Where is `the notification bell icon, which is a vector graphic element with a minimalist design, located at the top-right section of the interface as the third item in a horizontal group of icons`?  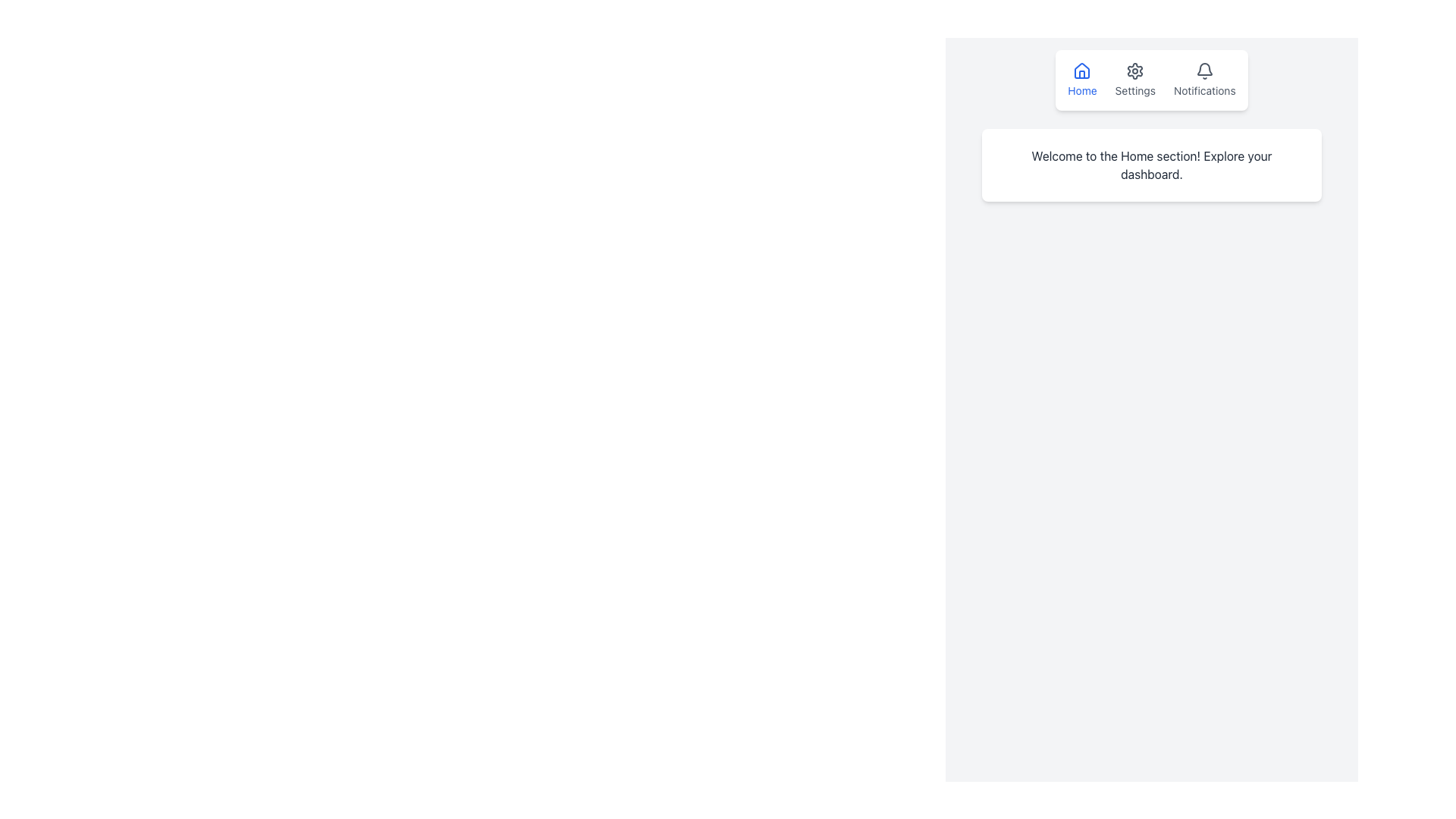 the notification bell icon, which is a vector graphic element with a minimalist design, located at the top-right section of the interface as the third item in a horizontal group of icons is located at coordinates (1203, 69).